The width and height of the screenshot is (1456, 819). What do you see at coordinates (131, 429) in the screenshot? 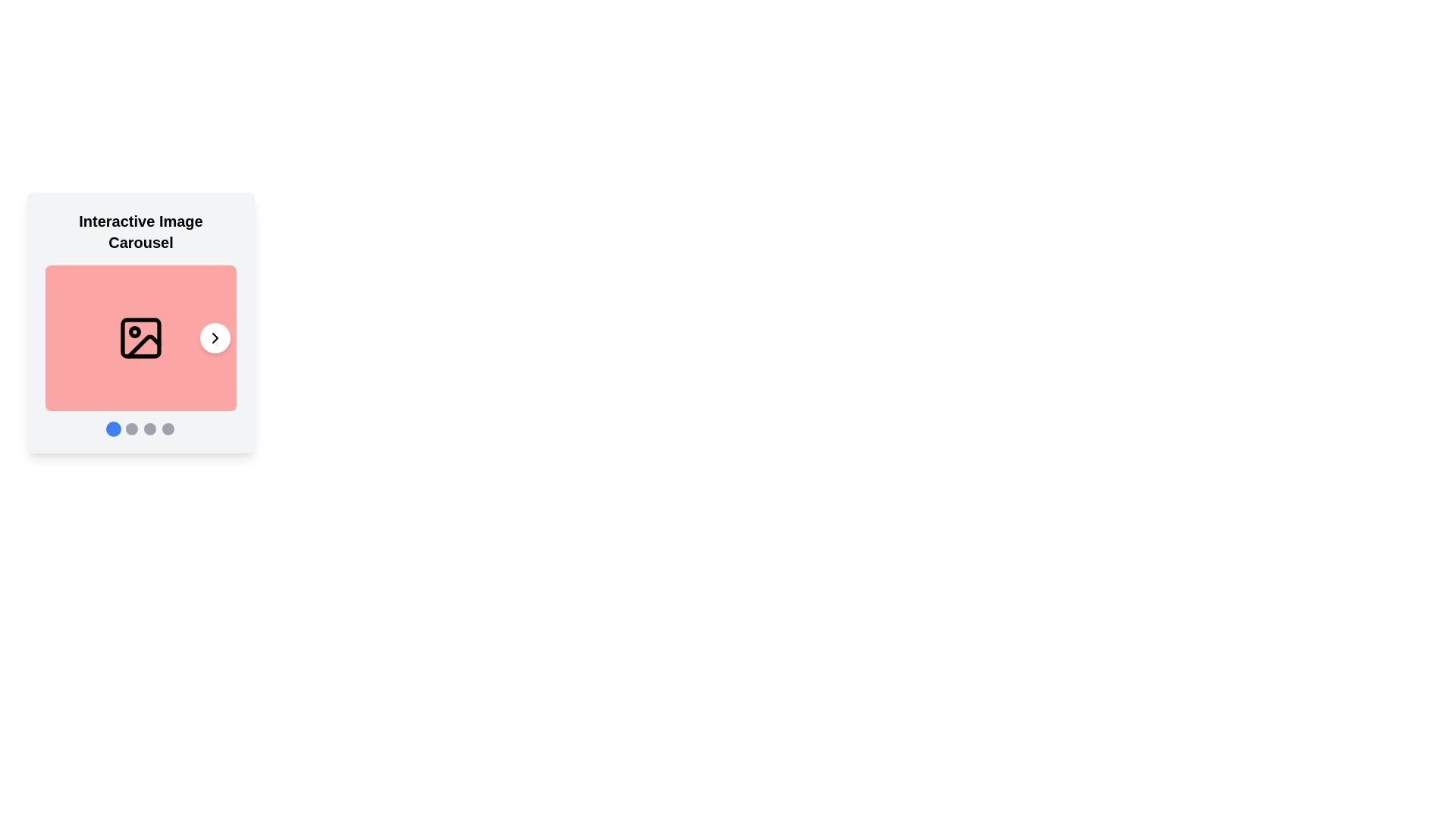
I see `the second circular gray button, which is part of a group of four buttons below a large image area` at bounding box center [131, 429].